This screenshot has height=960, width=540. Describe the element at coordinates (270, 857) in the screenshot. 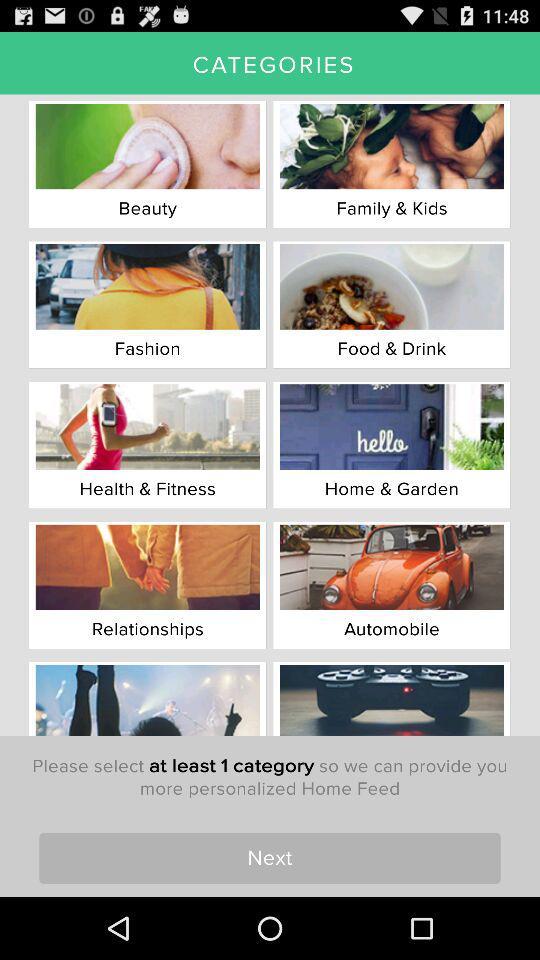

I see `the item below the please select at icon` at that location.